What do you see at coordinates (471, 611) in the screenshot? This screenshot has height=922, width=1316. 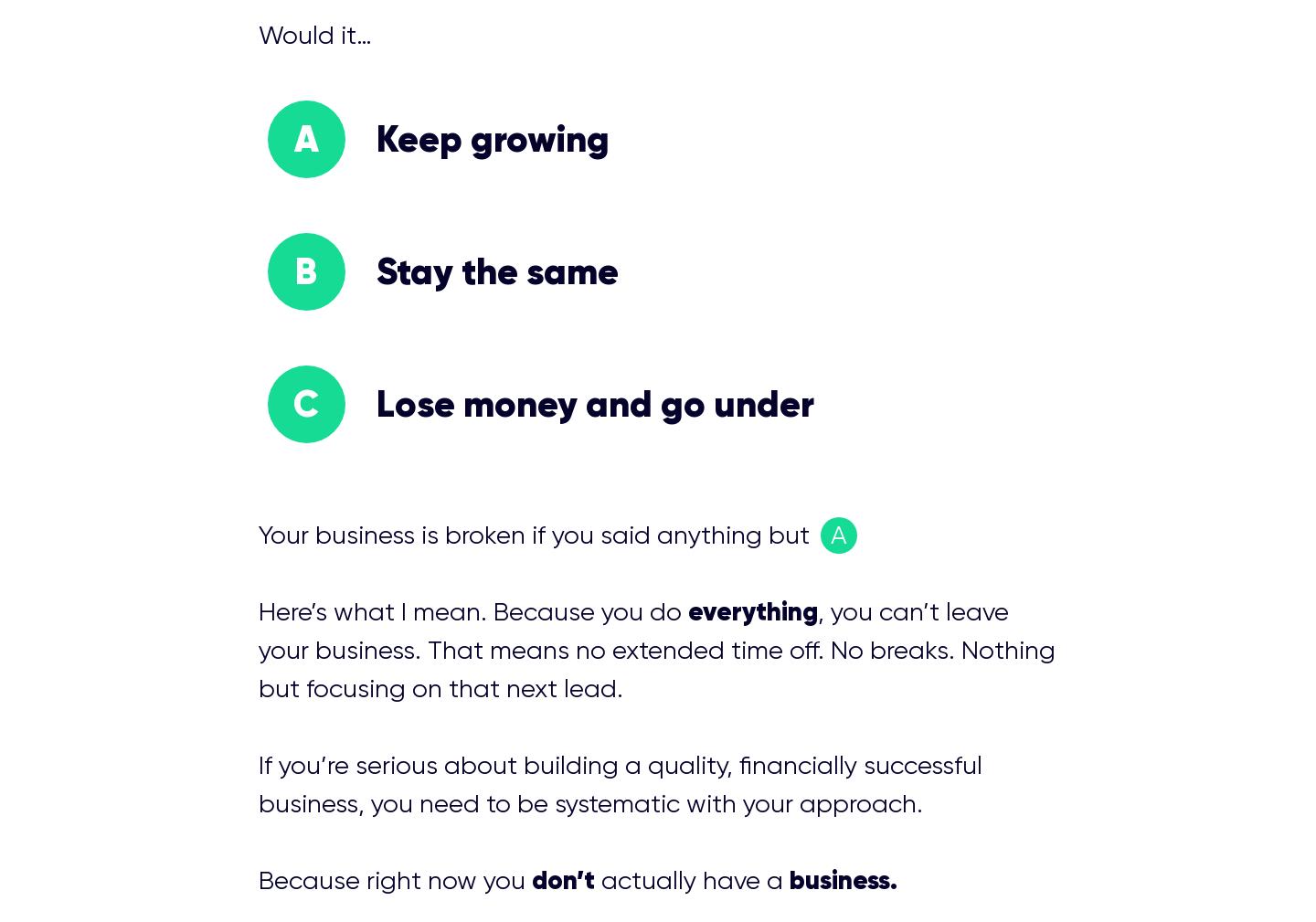 I see `'Here’s what I mean. Because you do'` at bounding box center [471, 611].